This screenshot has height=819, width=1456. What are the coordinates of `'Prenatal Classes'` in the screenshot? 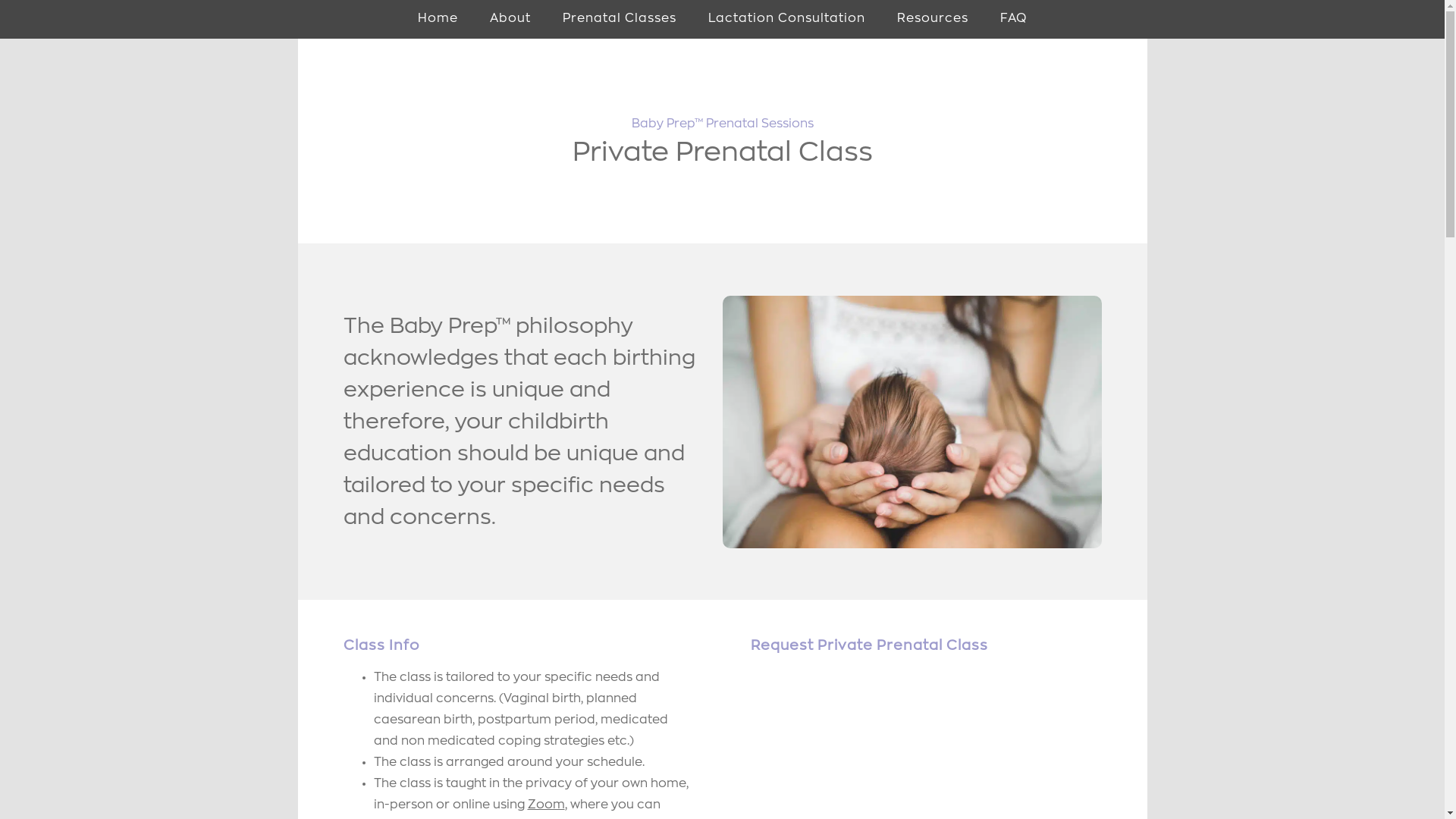 It's located at (546, 19).